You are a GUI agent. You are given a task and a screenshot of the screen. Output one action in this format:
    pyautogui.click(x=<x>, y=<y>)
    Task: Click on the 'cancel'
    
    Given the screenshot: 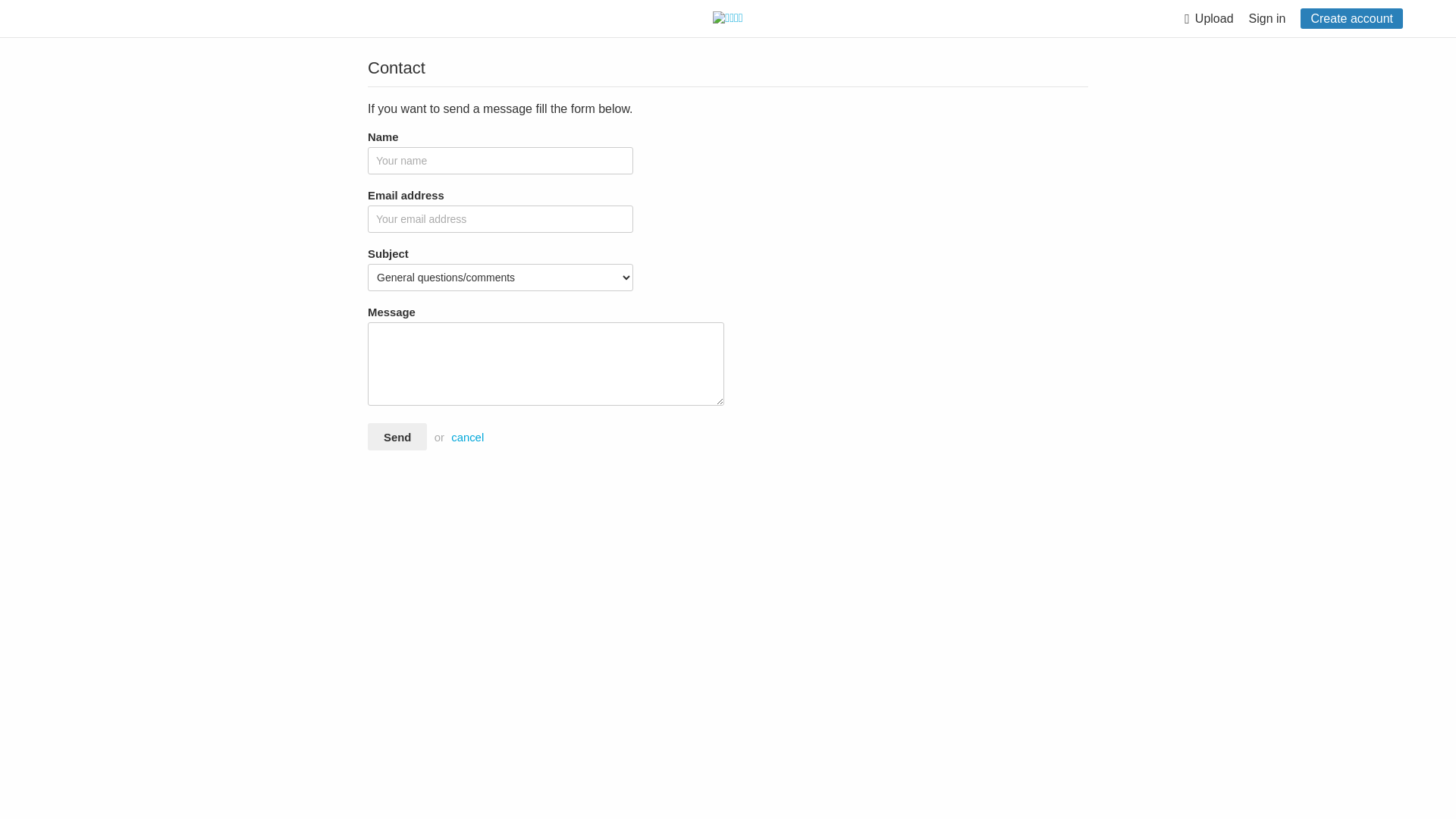 What is the action you would take?
    pyautogui.click(x=466, y=438)
    